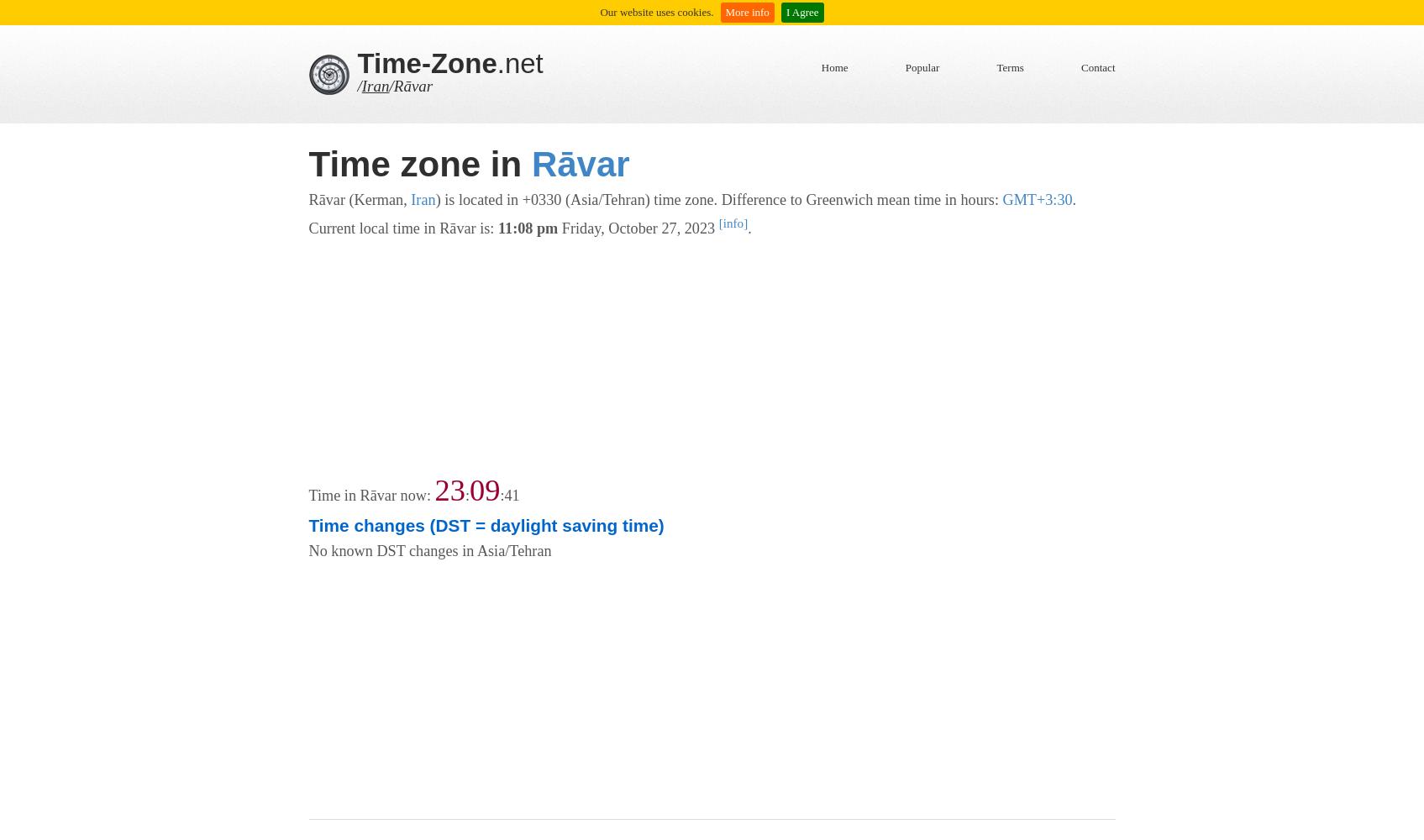 This screenshot has height=840, width=1424. I want to click on '.net', so click(518, 62).